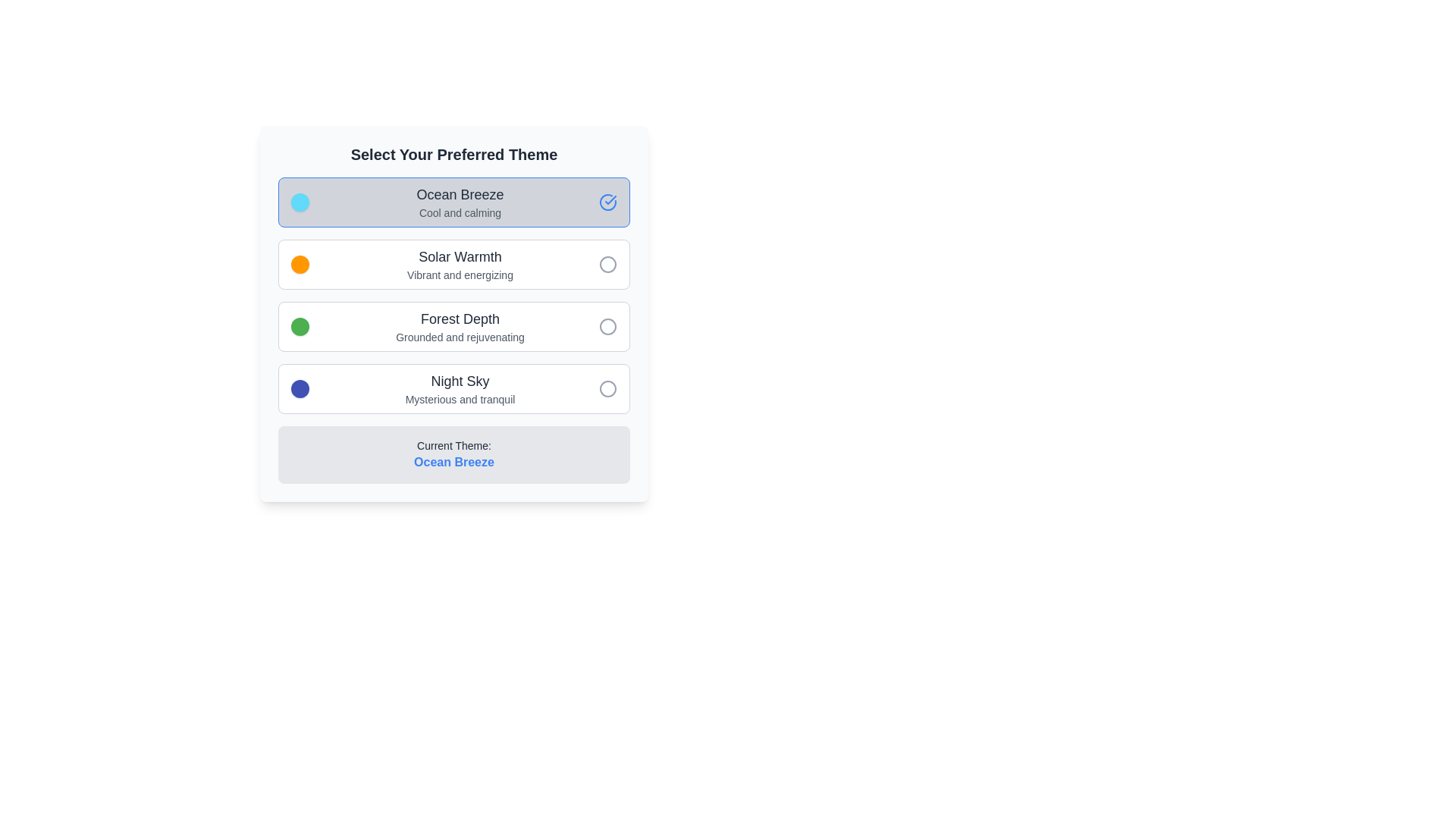  I want to click on the circular outline selection indicator for the theme 'Solar Warmth: Vibrant and energizing' located below 'Ocean Breeze', so click(607, 263).